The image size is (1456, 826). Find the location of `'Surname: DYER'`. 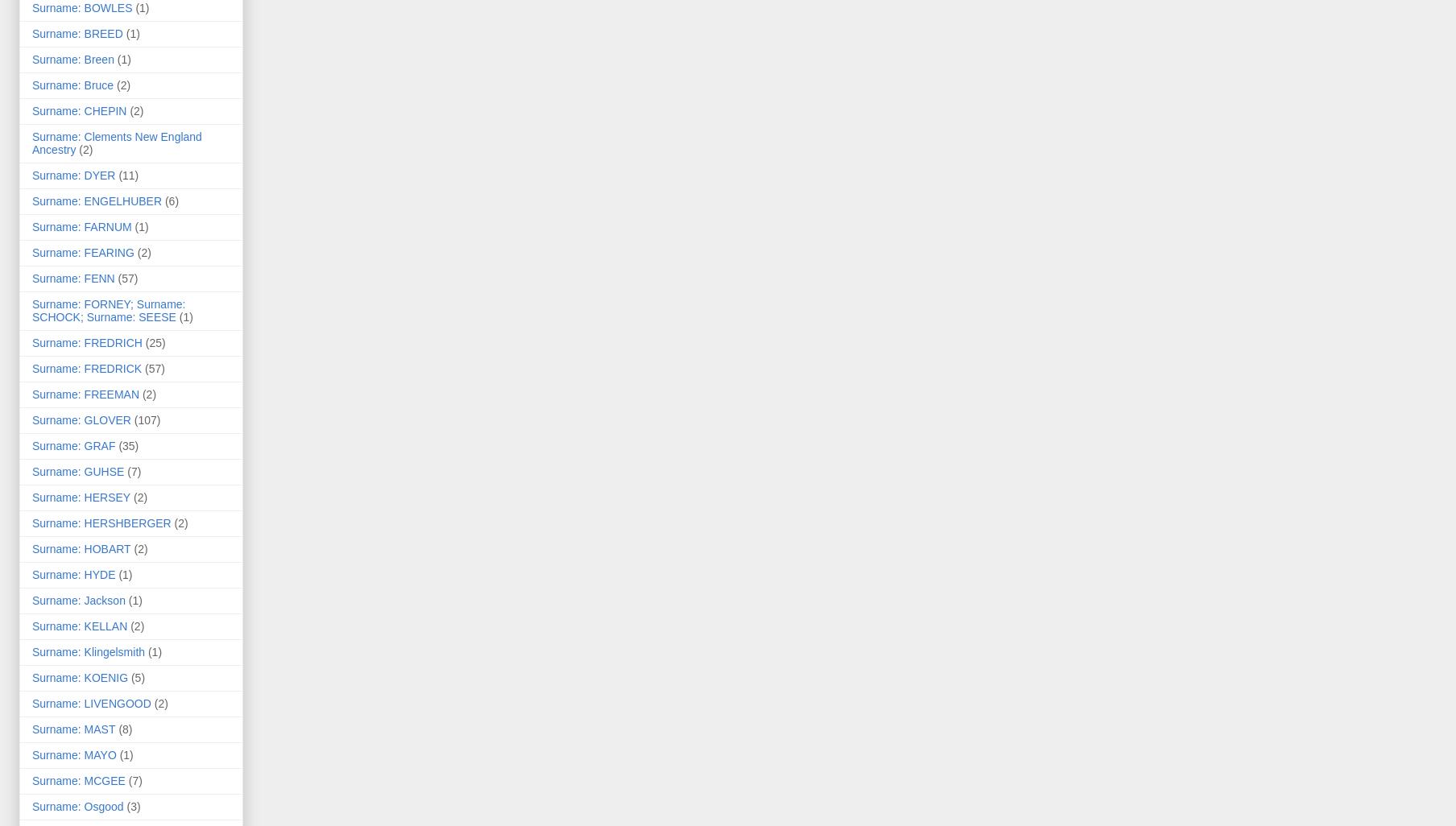

'Surname: DYER' is located at coordinates (72, 176).